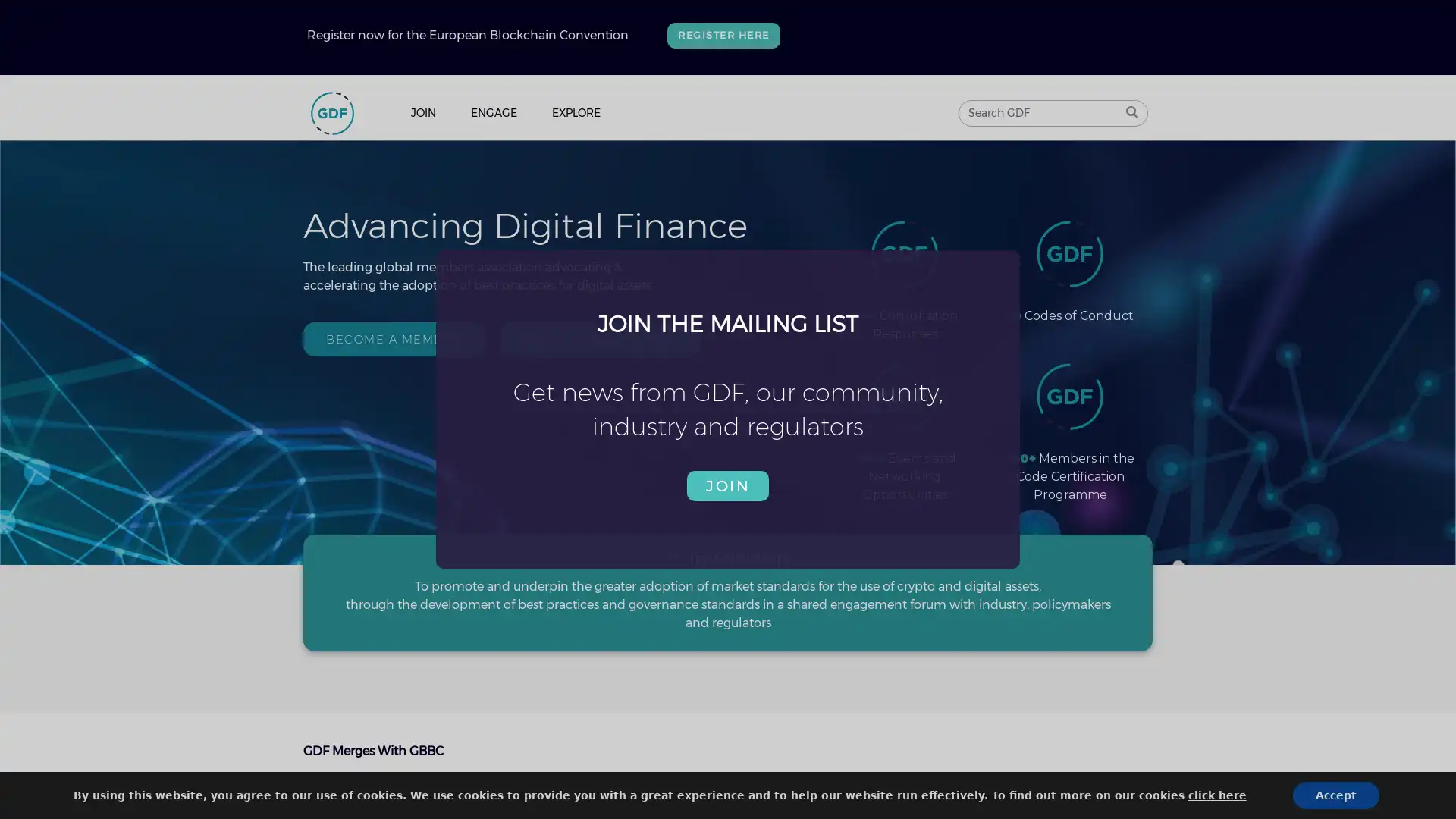 Image resolution: width=1456 pixels, height=819 pixels. What do you see at coordinates (393, 337) in the screenshot?
I see `BECOME A MEMBER` at bounding box center [393, 337].